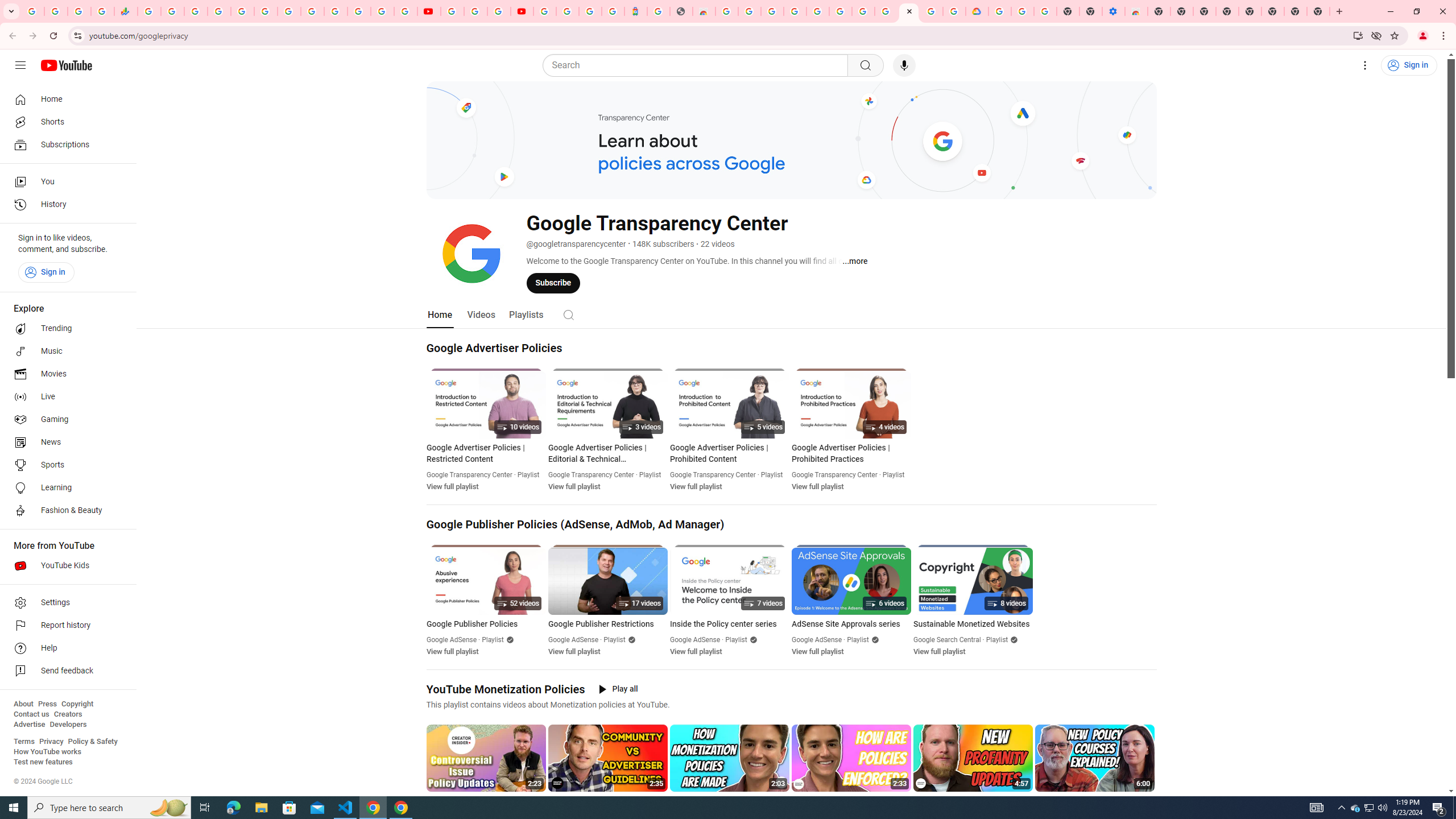  What do you see at coordinates (68, 723) in the screenshot?
I see `'Developers'` at bounding box center [68, 723].